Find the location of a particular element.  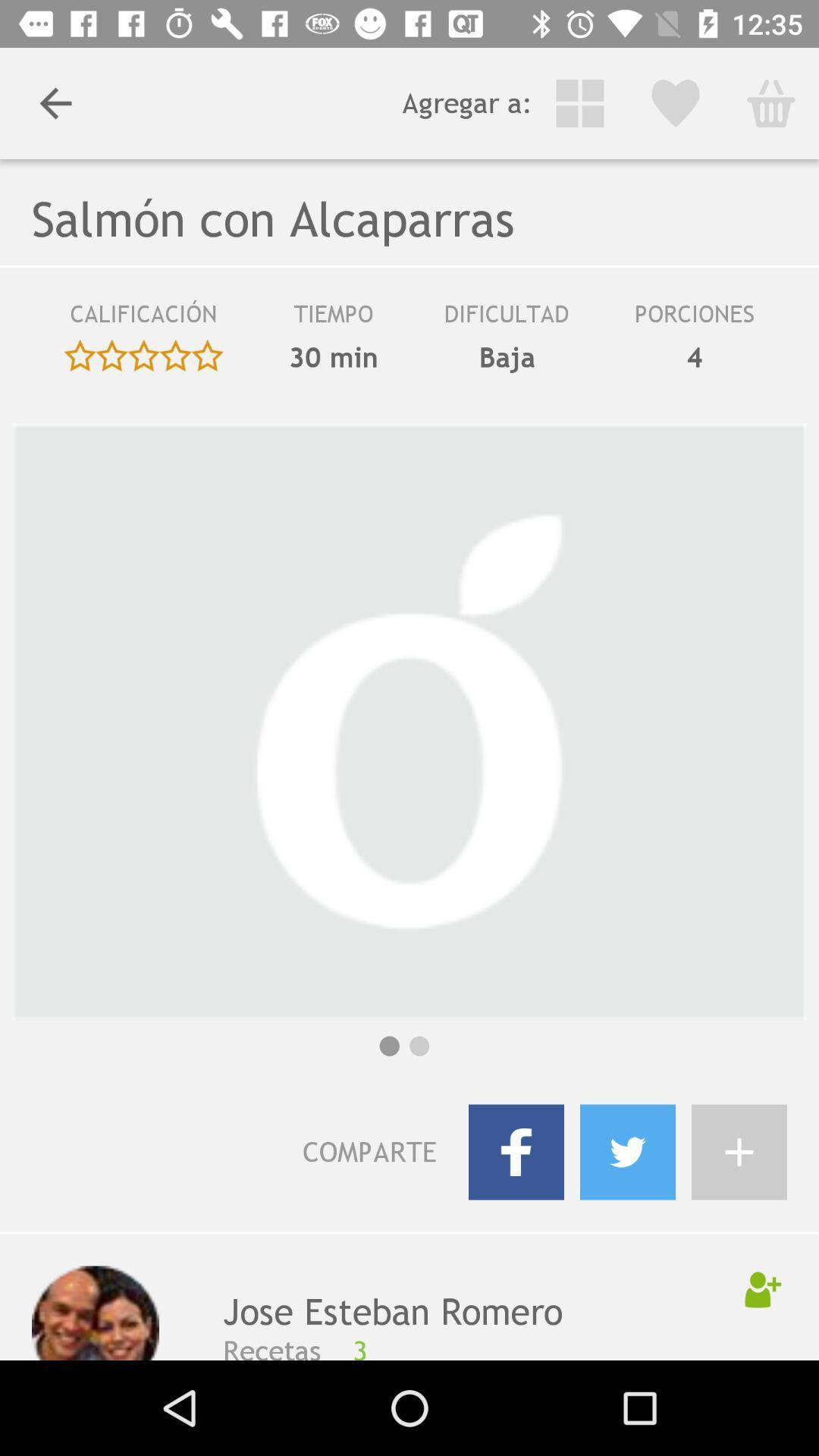

post to facebook is located at coordinates (516, 1152).